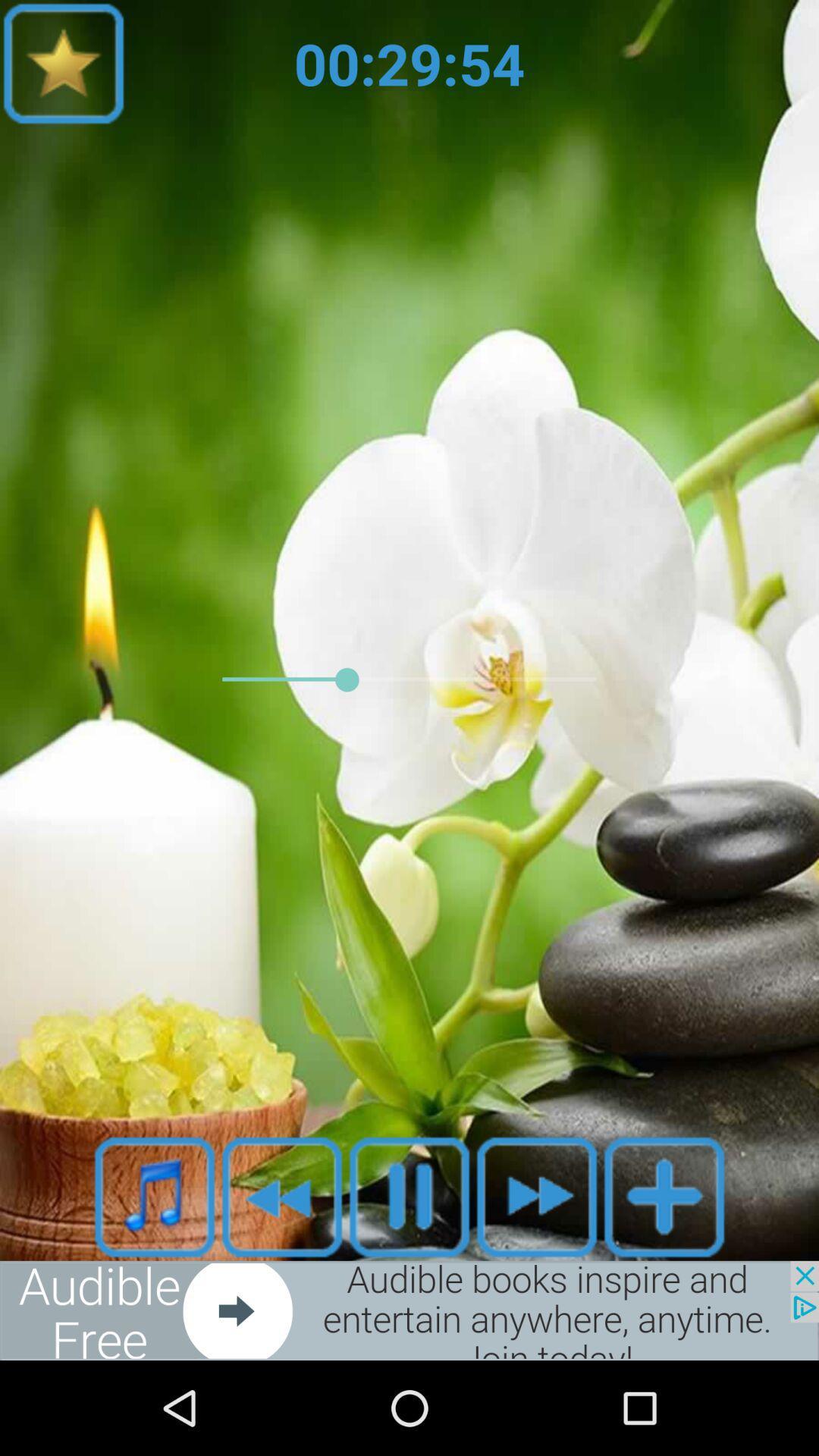 The image size is (819, 1456). Describe the element at coordinates (409, 1196) in the screenshot. I see `pause music` at that location.